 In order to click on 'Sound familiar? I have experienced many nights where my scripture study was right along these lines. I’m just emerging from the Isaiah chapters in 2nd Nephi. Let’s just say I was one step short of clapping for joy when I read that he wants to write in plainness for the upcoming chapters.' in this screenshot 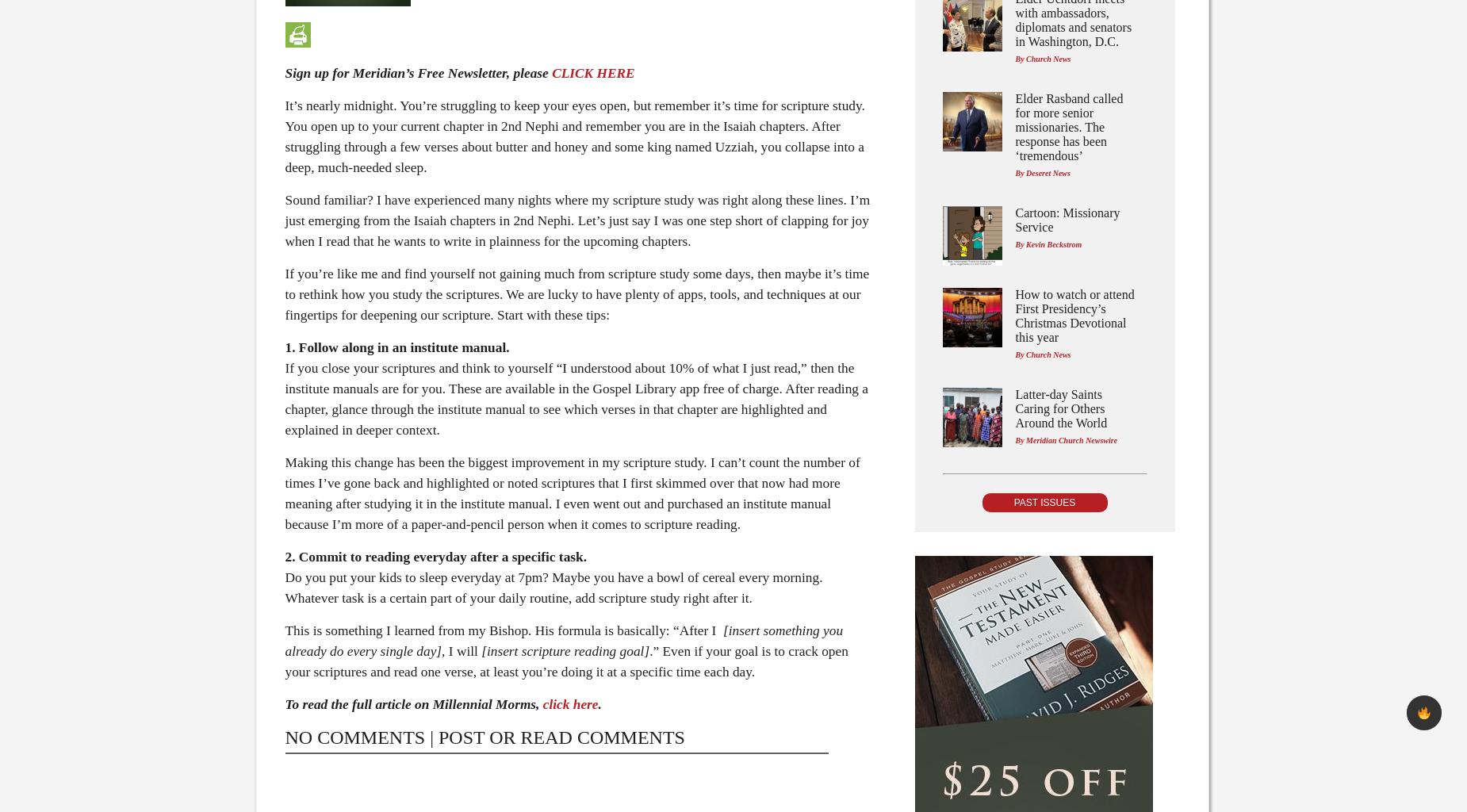, I will do `click(576, 220)`.